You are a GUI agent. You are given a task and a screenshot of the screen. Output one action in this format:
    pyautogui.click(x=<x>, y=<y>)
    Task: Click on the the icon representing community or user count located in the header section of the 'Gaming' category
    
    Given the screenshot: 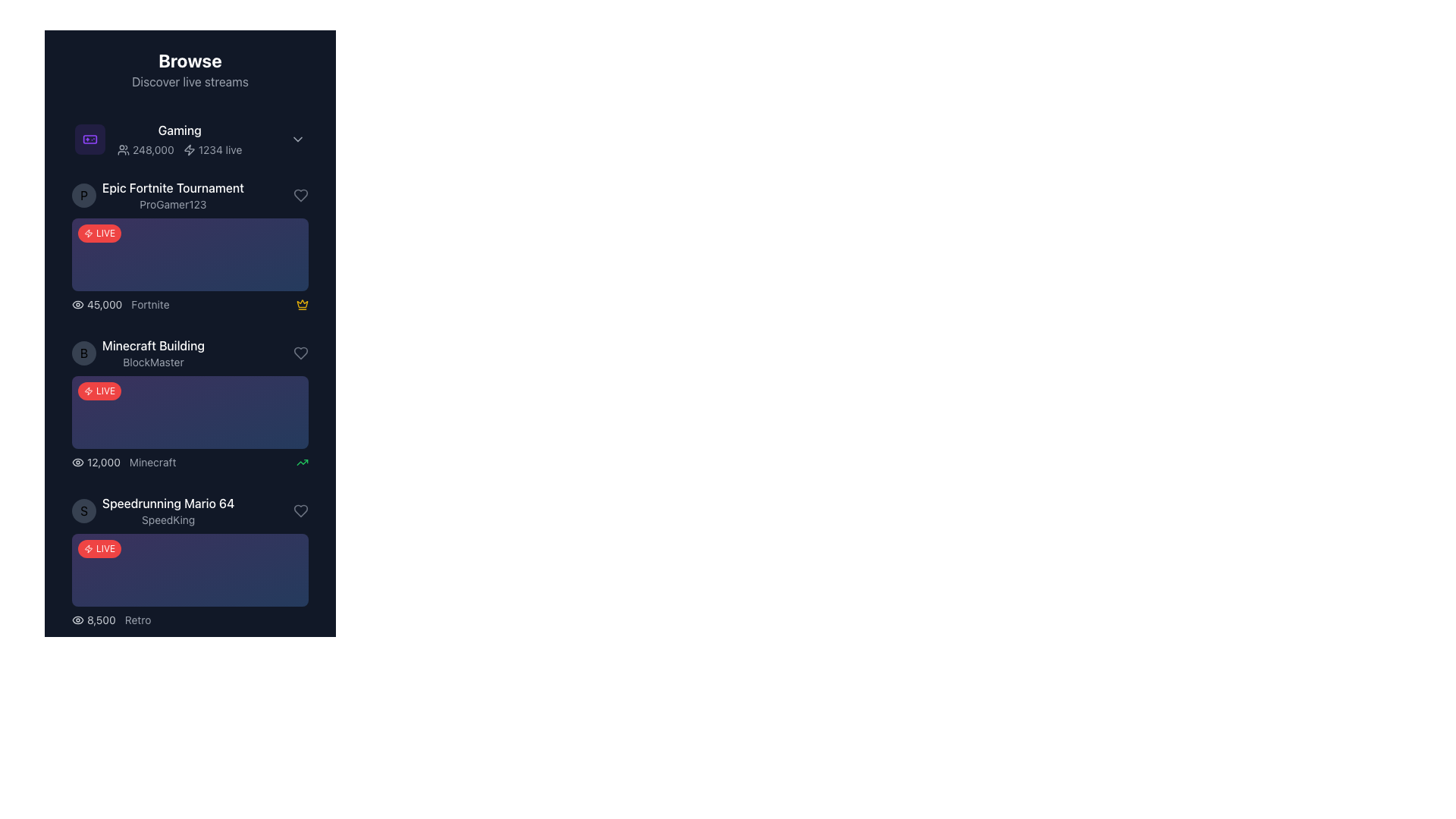 What is the action you would take?
    pyautogui.click(x=124, y=149)
    